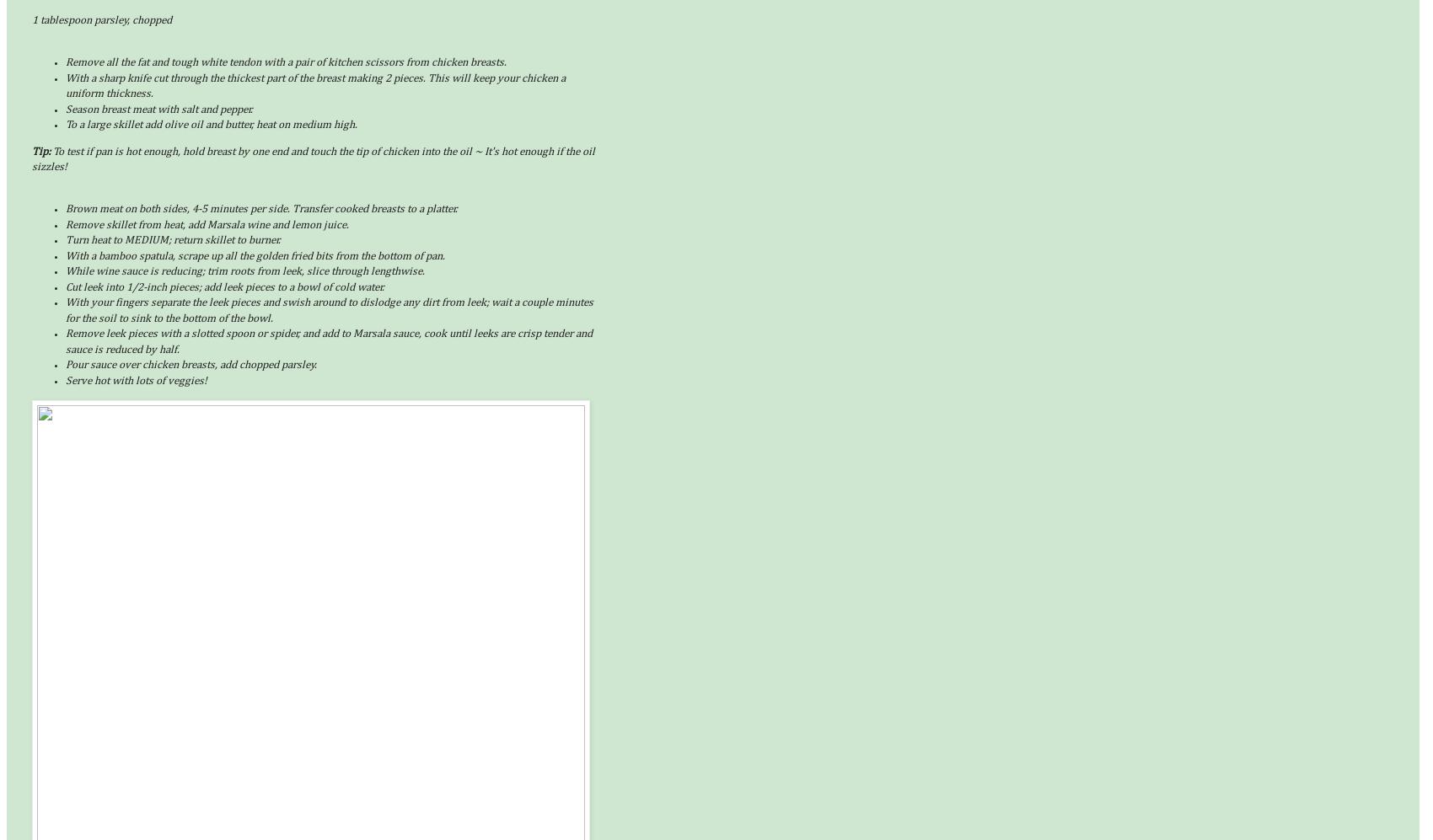  What do you see at coordinates (285, 62) in the screenshot?
I see `'Remove all the fat and tough white tendon with a pair of kitchen scissors from chicken breasts.'` at bounding box center [285, 62].